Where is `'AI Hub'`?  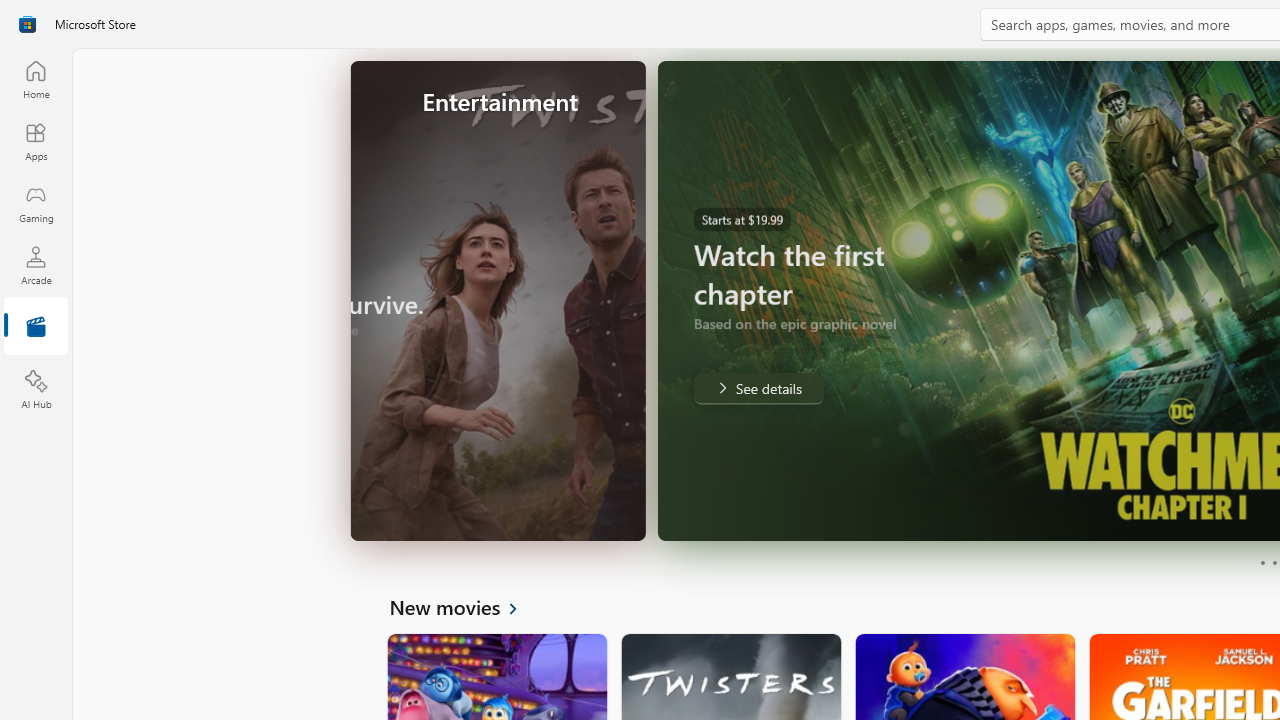 'AI Hub' is located at coordinates (35, 390).